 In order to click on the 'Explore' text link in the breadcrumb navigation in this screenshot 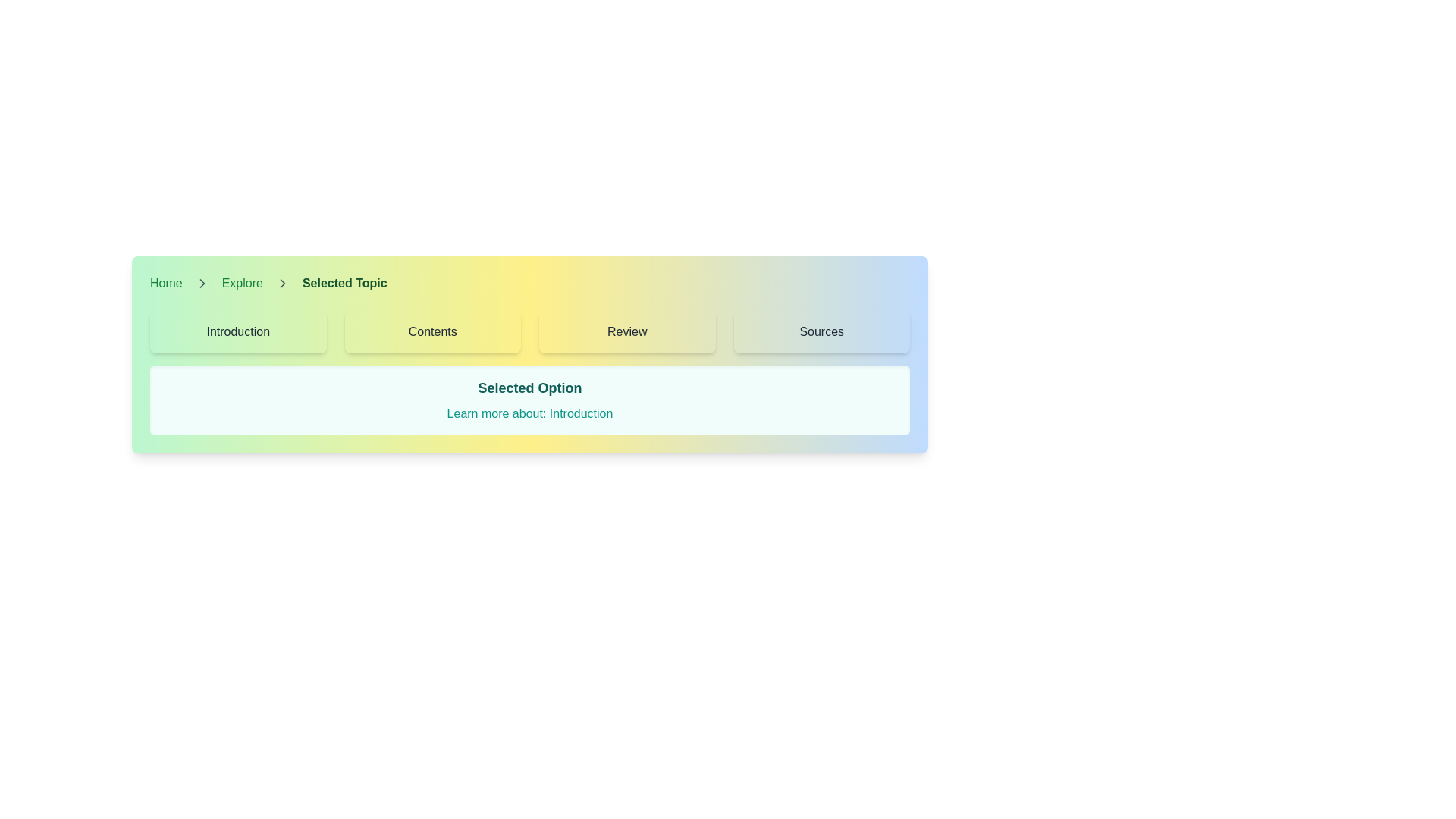, I will do `click(241, 284)`.